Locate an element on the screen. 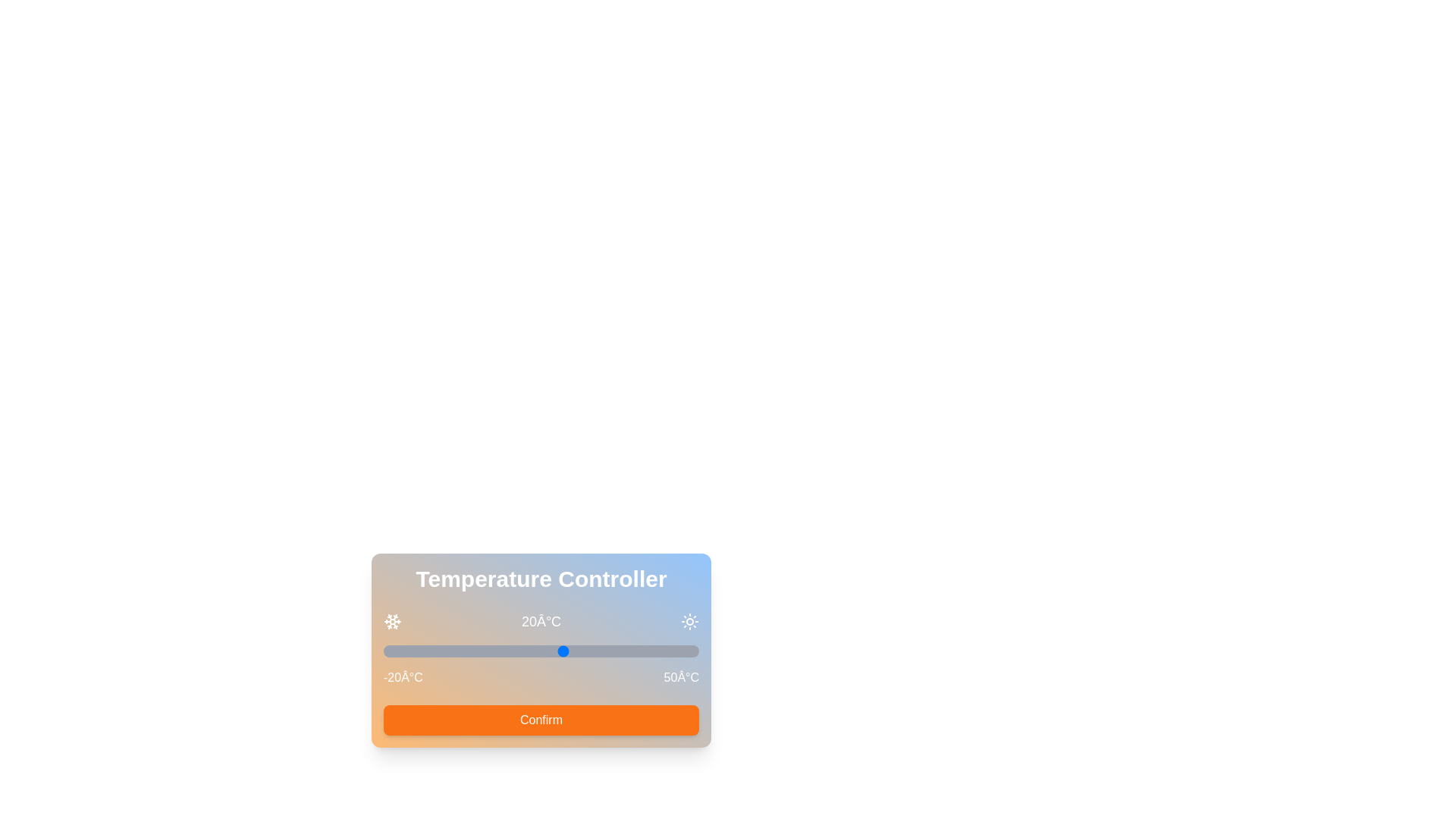  the temperature slider to -18°C is located at coordinates (392, 651).